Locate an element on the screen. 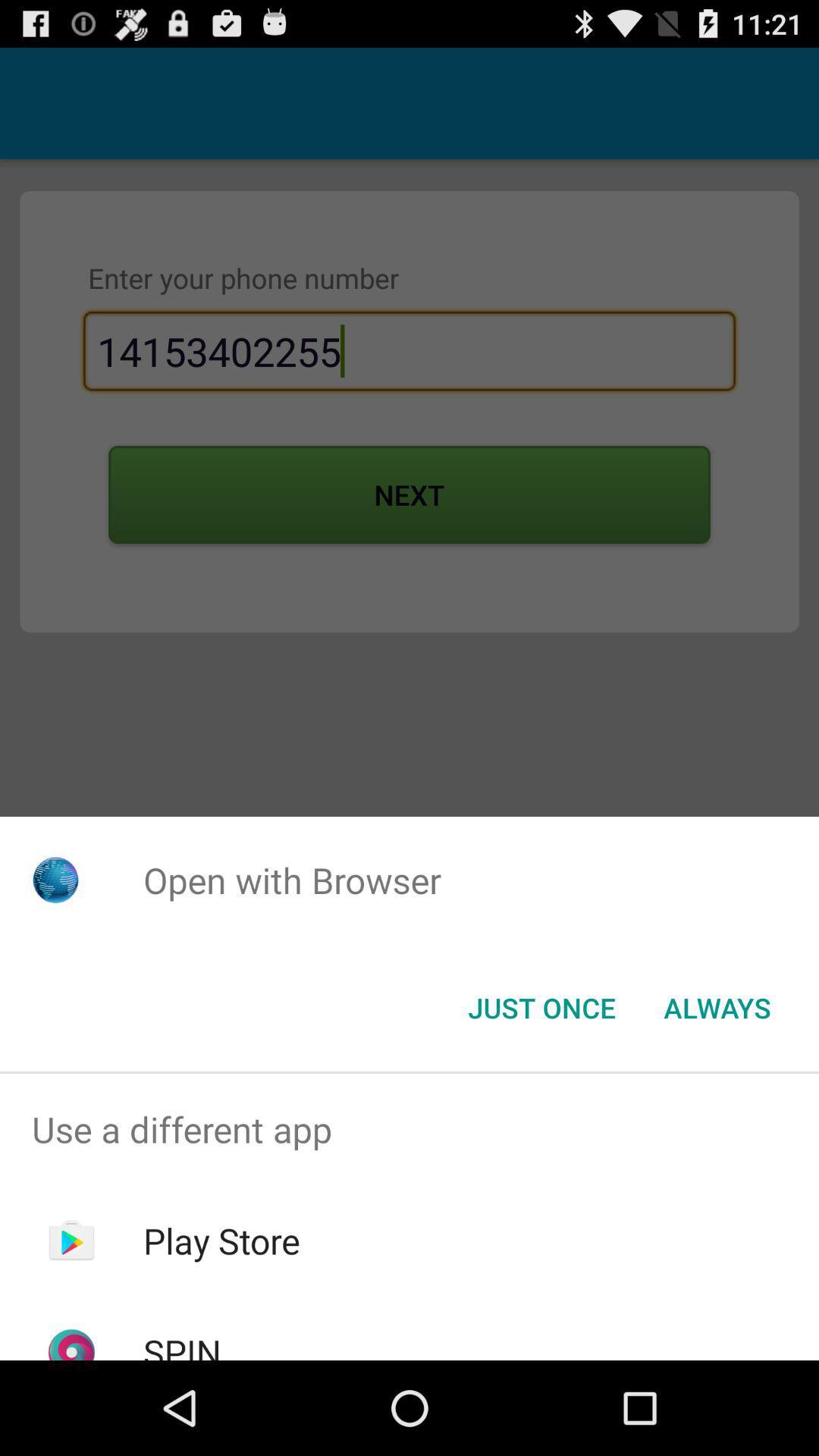 Image resolution: width=819 pixels, height=1456 pixels. always button is located at coordinates (717, 1008).